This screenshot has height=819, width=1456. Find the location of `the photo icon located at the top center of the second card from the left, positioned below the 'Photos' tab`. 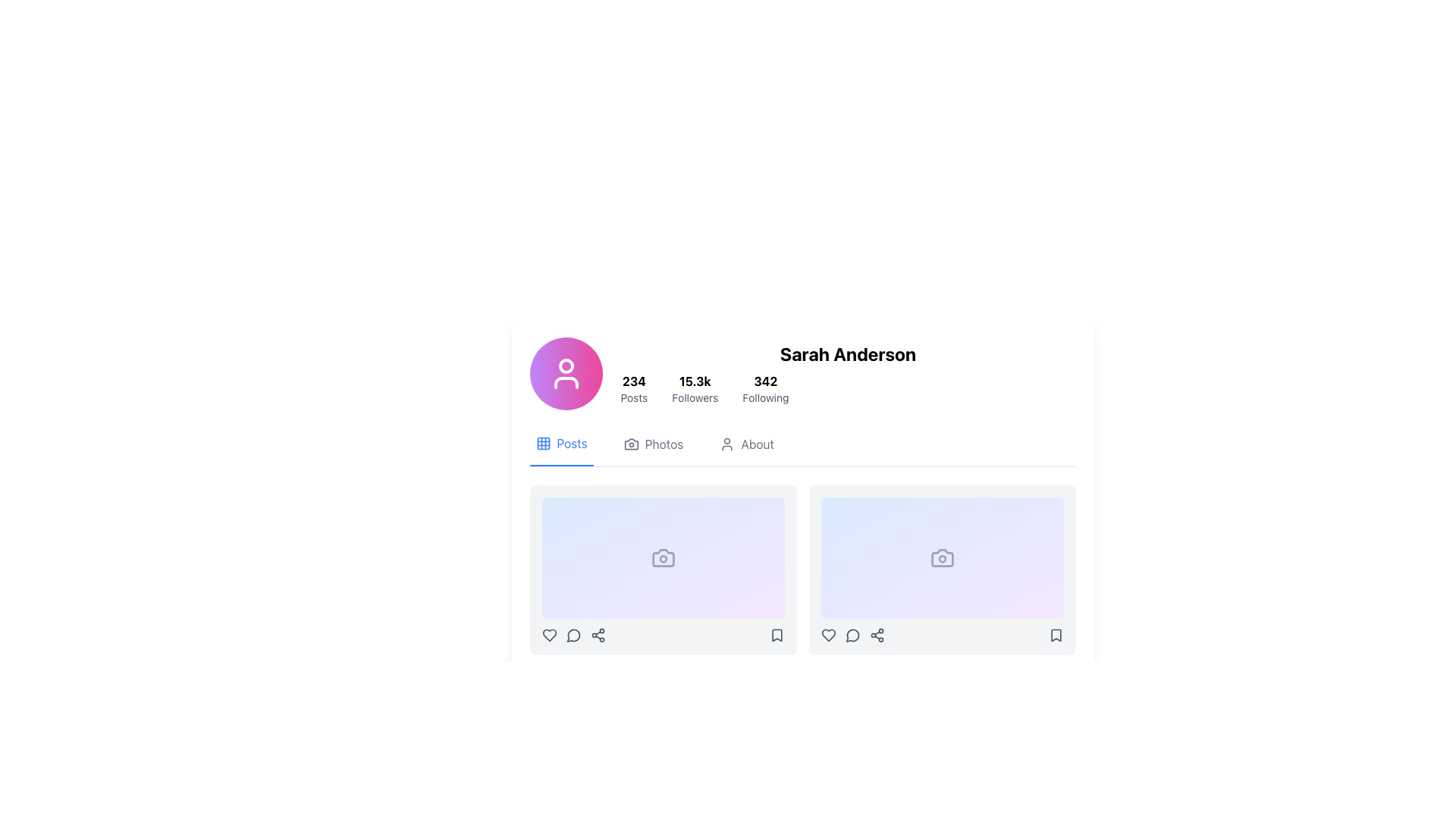

the photo icon located at the top center of the second card from the left, positioned below the 'Photos' tab is located at coordinates (941, 558).